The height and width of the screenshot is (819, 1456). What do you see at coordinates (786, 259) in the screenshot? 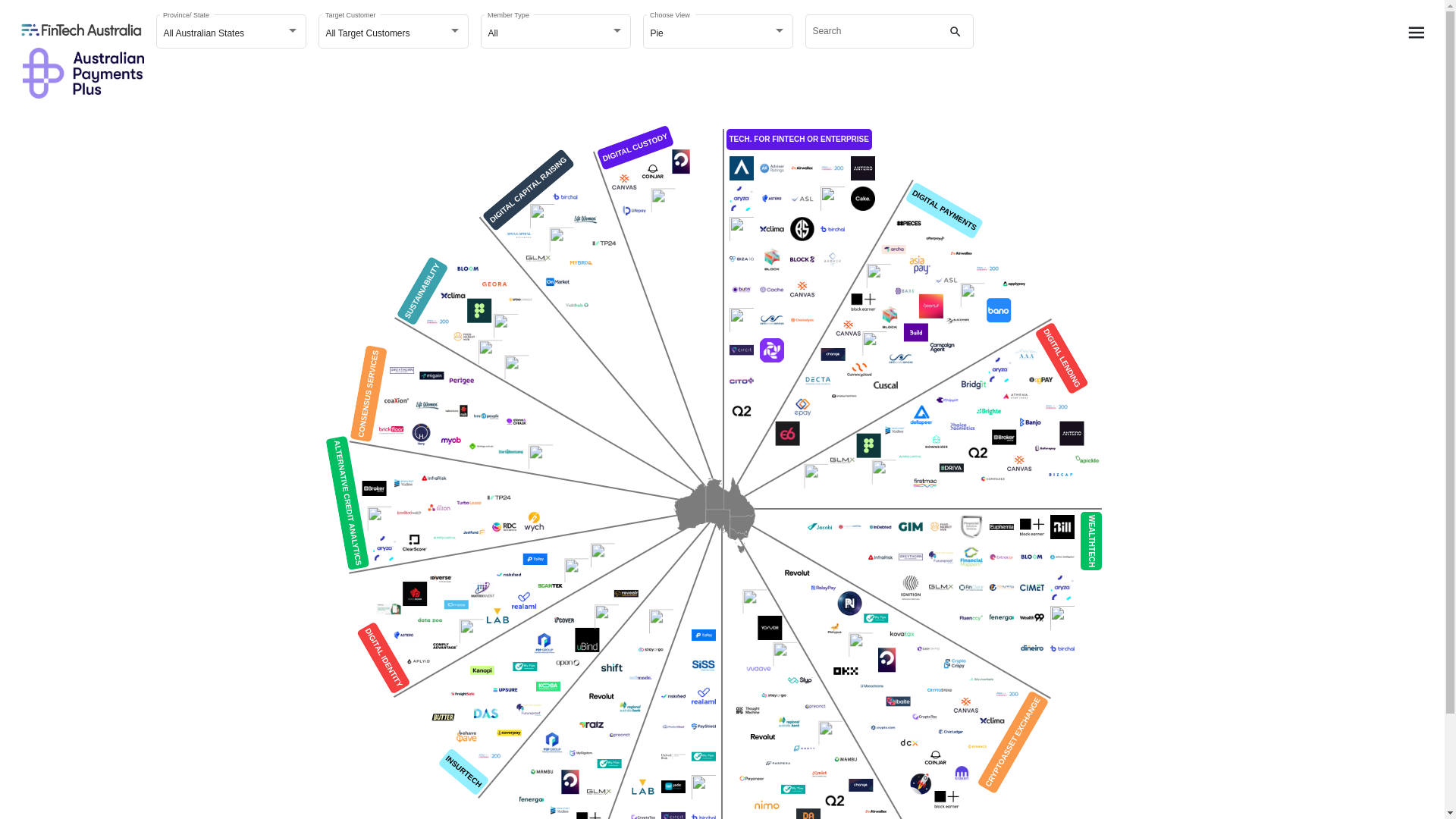
I see `'Block8 Technologies'` at bounding box center [786, 259].